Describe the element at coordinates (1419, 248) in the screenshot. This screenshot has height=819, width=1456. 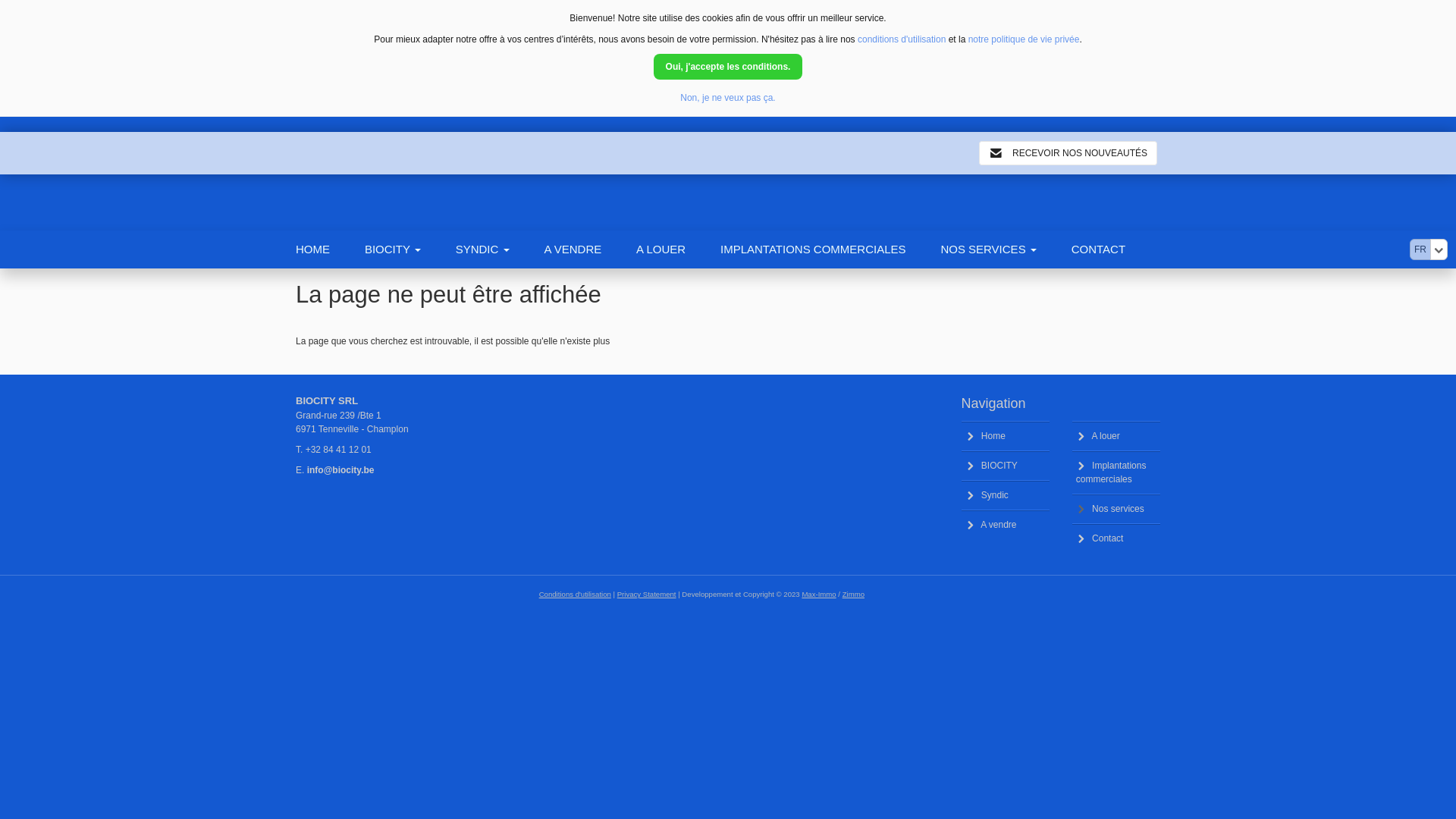
I see `'FR'` at that location.